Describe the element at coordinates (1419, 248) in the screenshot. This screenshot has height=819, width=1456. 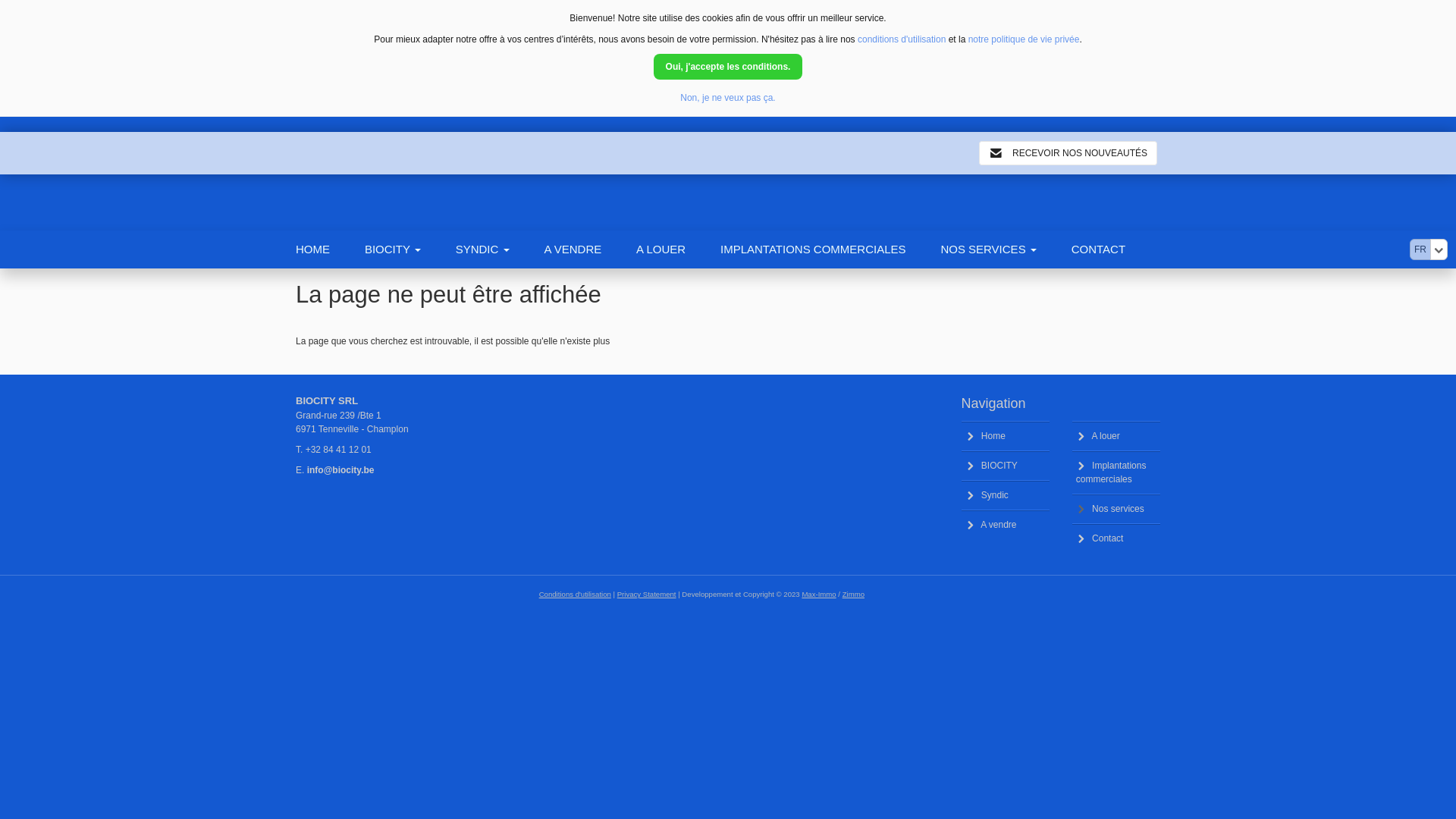
I see `'FR'` at that location.